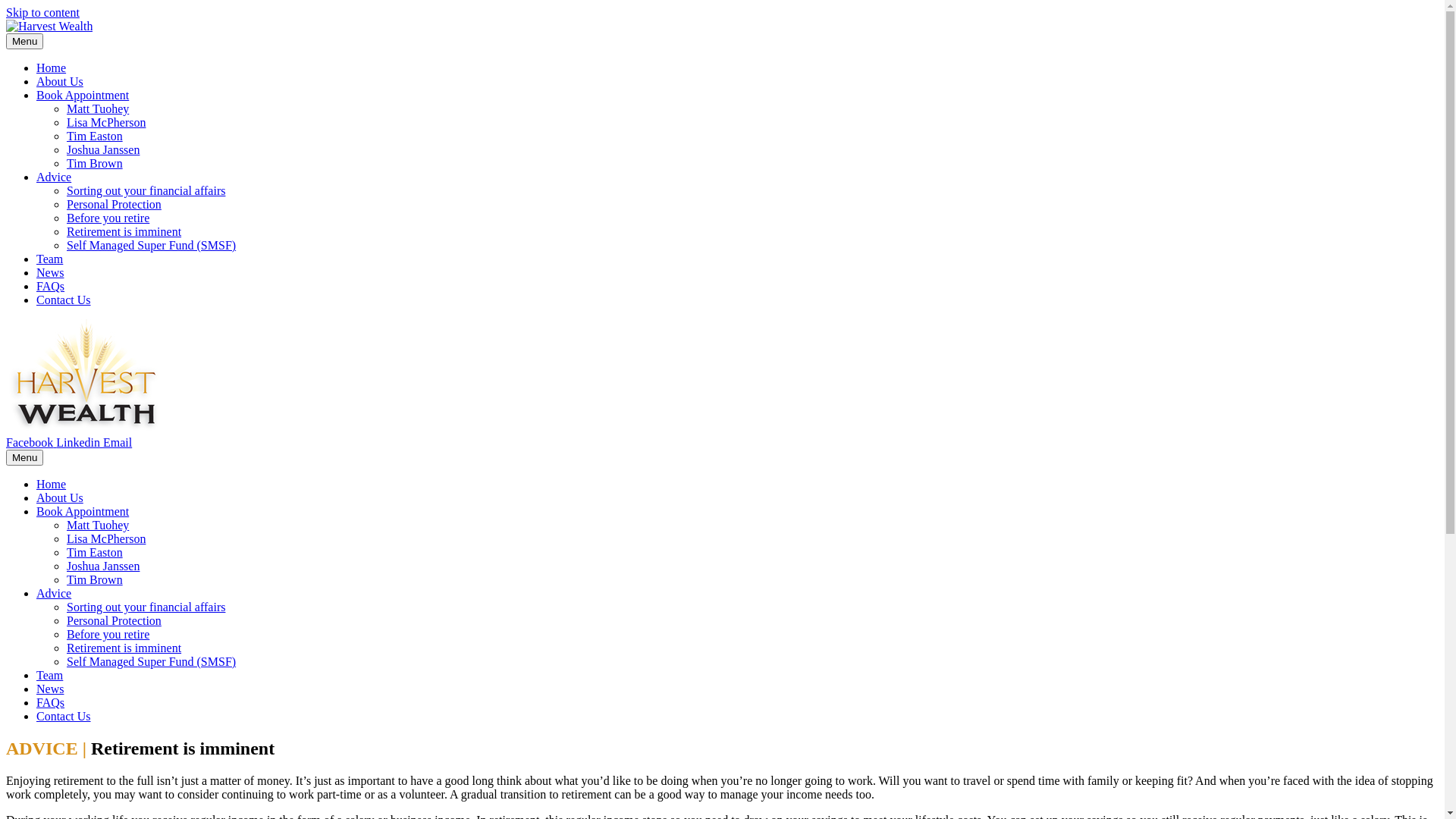  I want to click on 'About Us', so click(59, 497).